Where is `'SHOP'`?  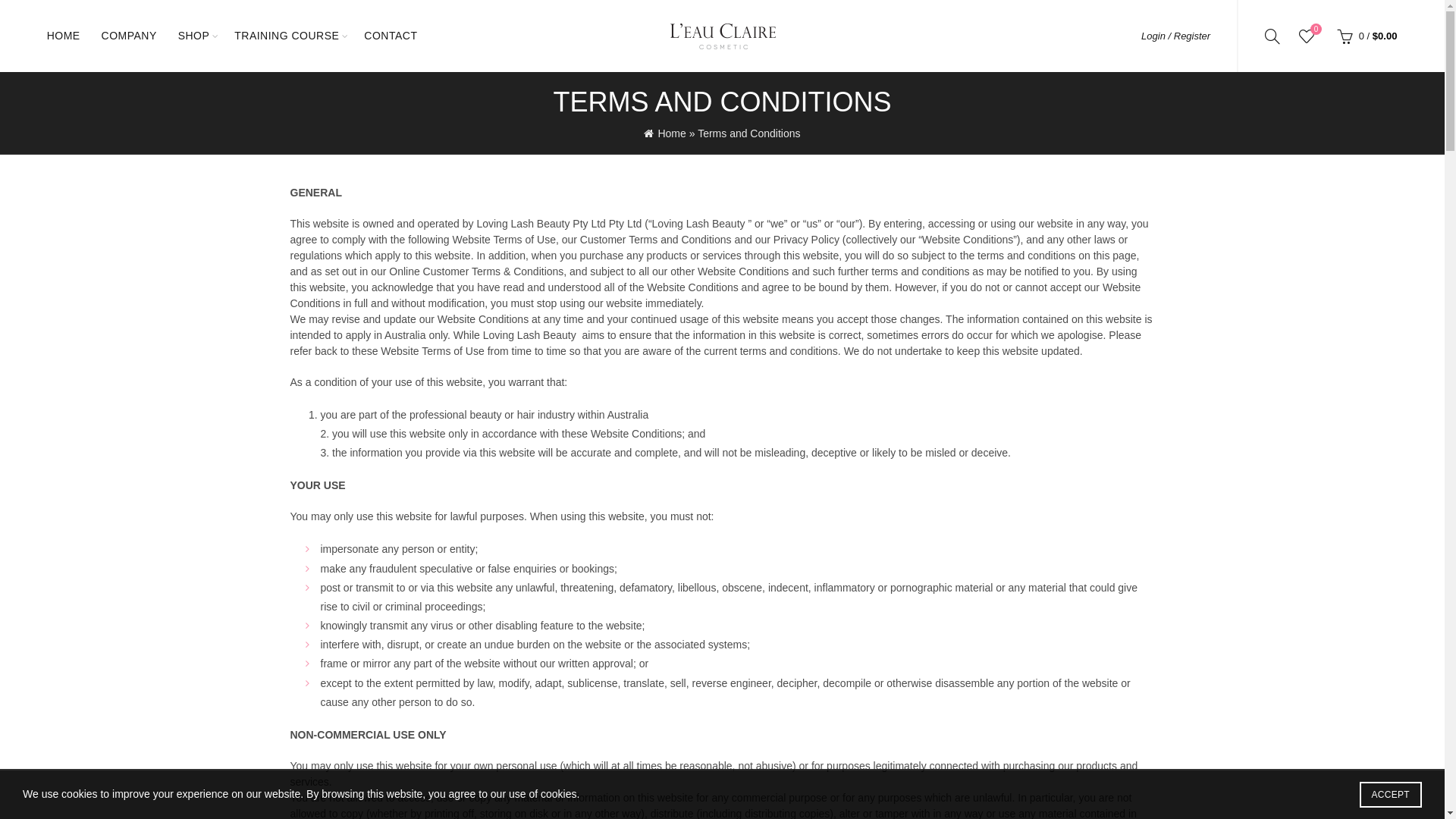 'SHOP' is located at coordinates (193, 35).